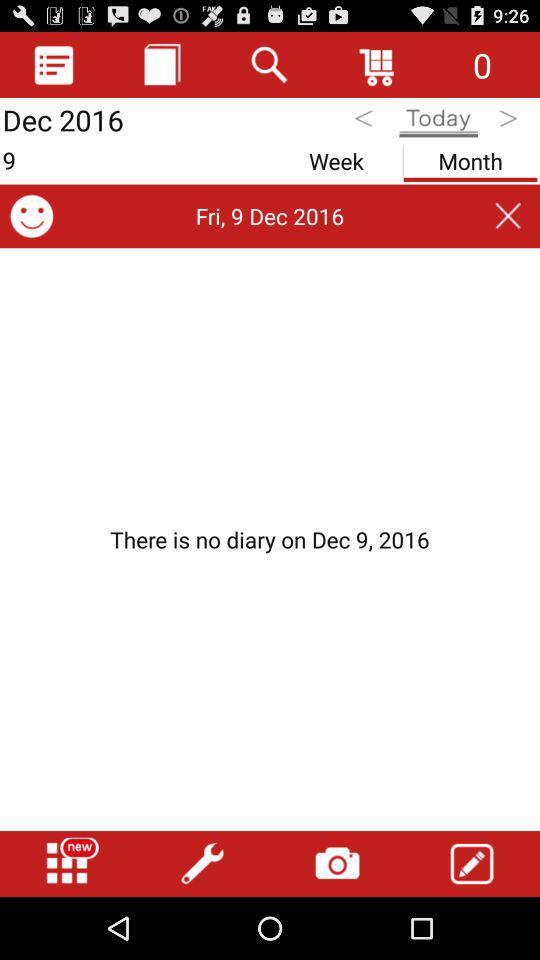  Describe the element at coordinates (67, 863) in the screenshot. I see `new` at that location.